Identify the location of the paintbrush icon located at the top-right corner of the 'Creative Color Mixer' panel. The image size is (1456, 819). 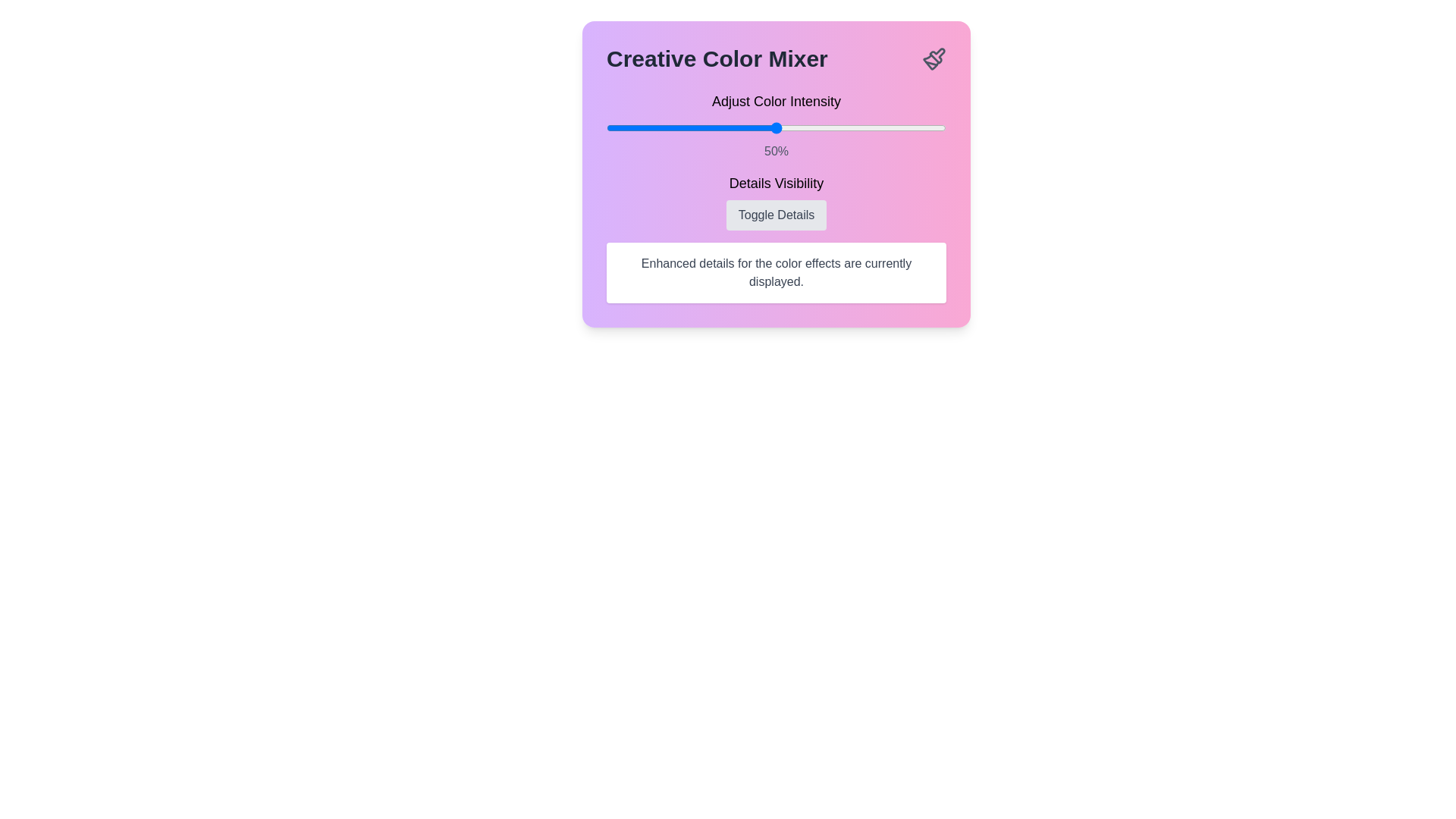
(934, 58).